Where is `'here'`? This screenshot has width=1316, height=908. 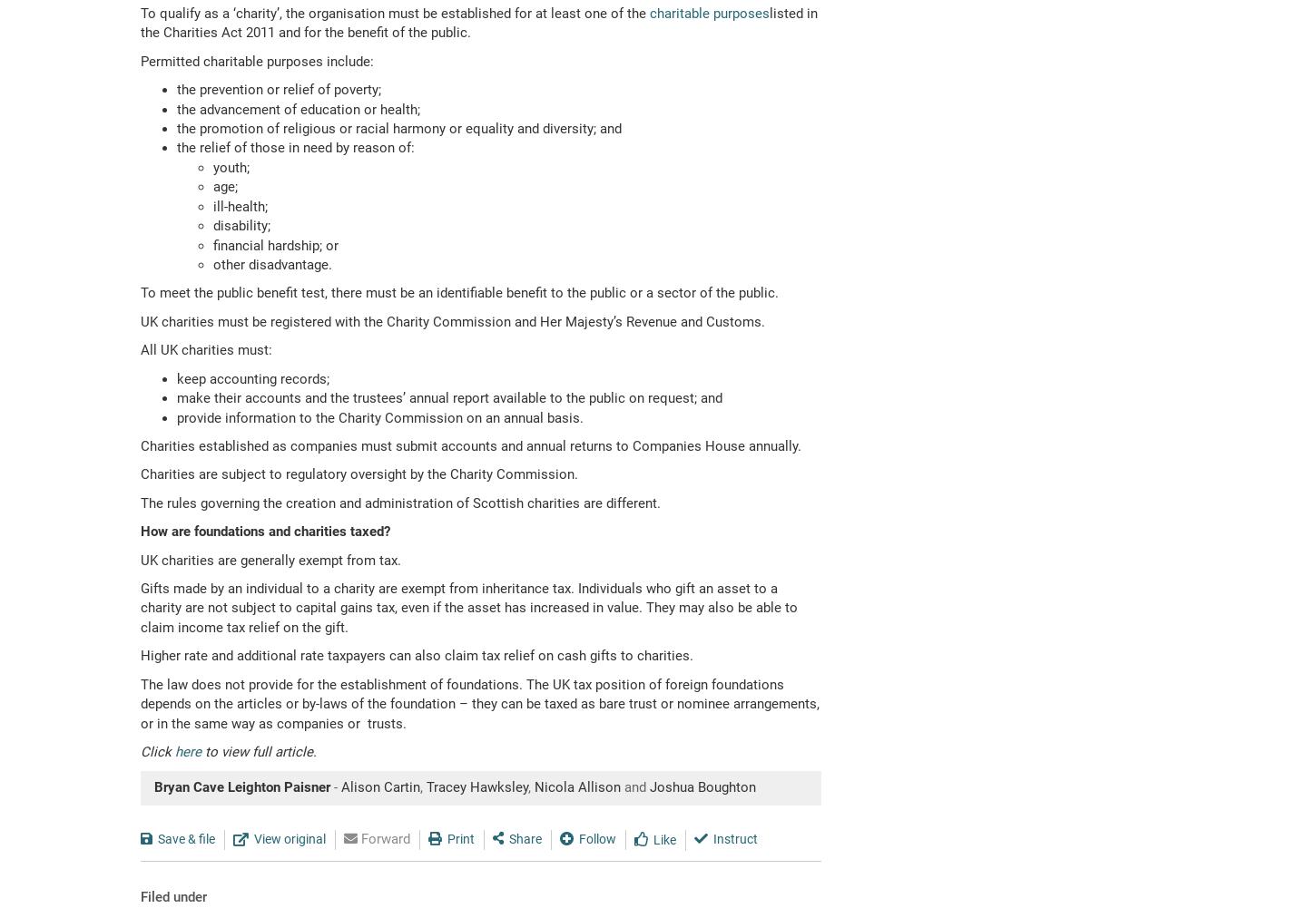
'here' is located at coordinates (187, 751).